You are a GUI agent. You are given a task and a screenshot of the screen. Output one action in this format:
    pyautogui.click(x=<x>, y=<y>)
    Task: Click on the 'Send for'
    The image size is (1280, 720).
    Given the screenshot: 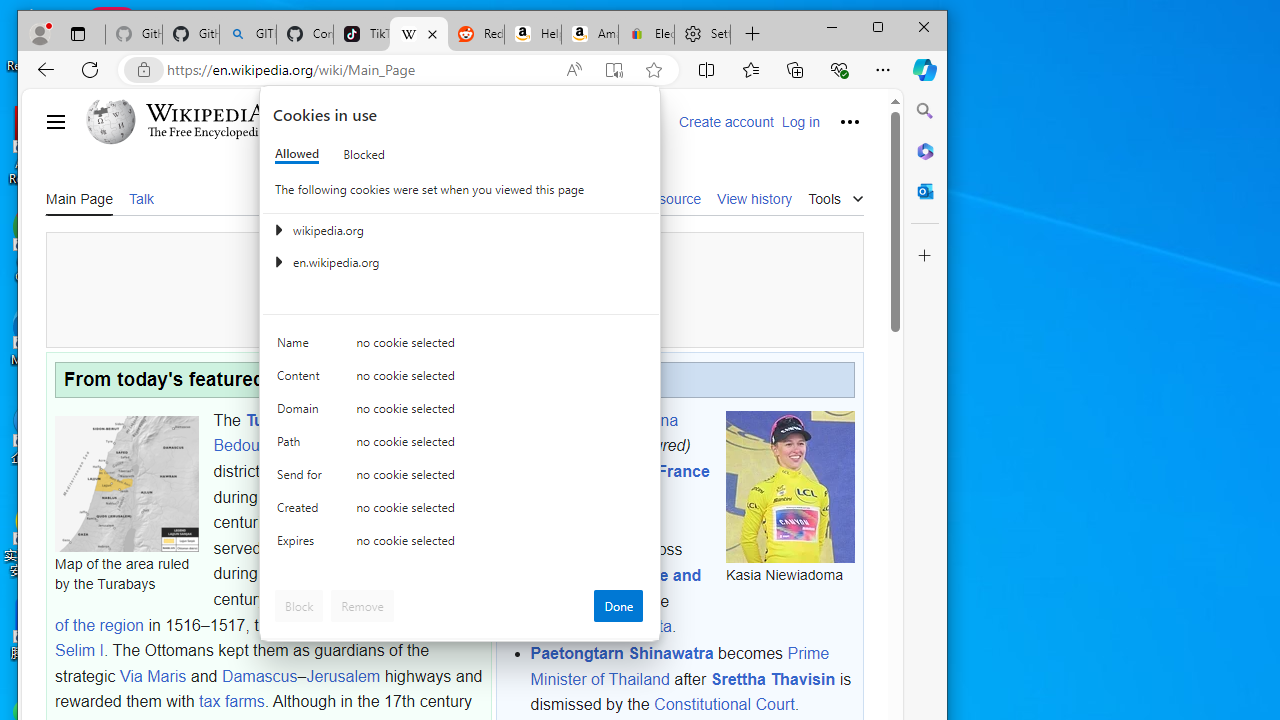 What is the action you would take?
    pyautogui.click(x=301, y=479)
    